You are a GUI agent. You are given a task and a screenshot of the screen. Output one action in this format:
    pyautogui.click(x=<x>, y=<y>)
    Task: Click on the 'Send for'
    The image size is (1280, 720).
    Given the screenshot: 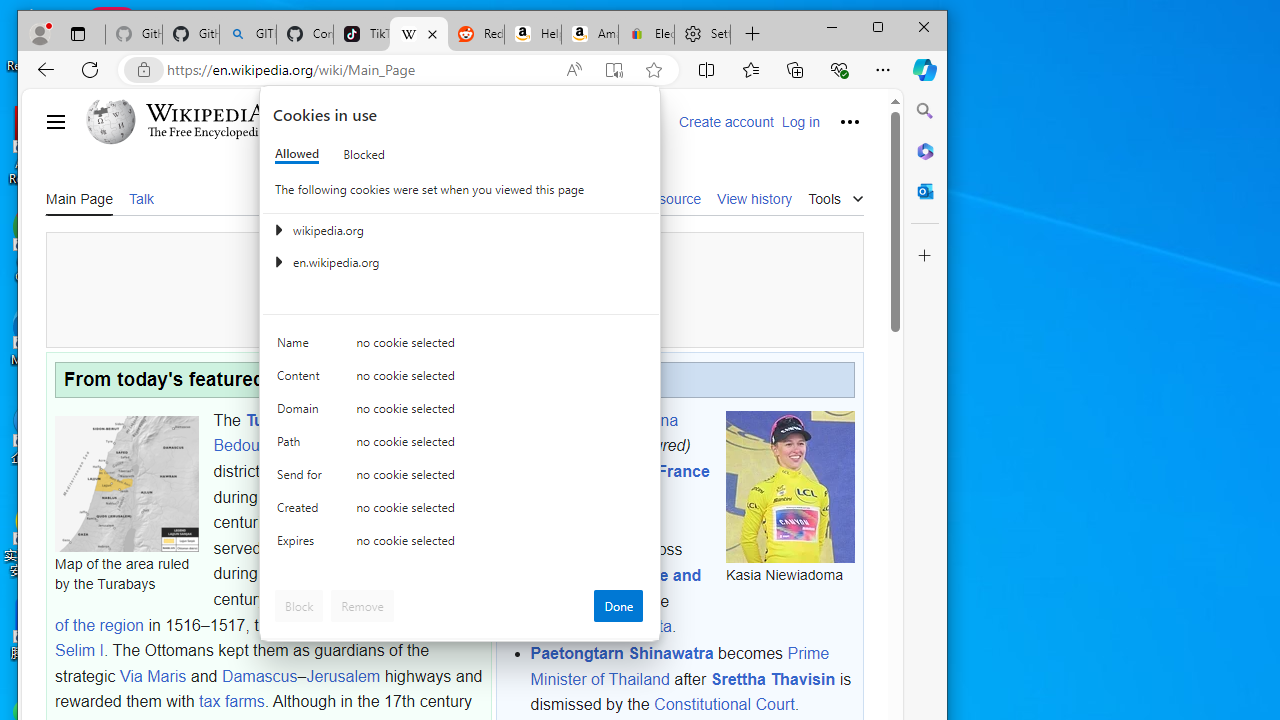 What is the action you would take?
    pyautogui.click(x=301, y=479)
    